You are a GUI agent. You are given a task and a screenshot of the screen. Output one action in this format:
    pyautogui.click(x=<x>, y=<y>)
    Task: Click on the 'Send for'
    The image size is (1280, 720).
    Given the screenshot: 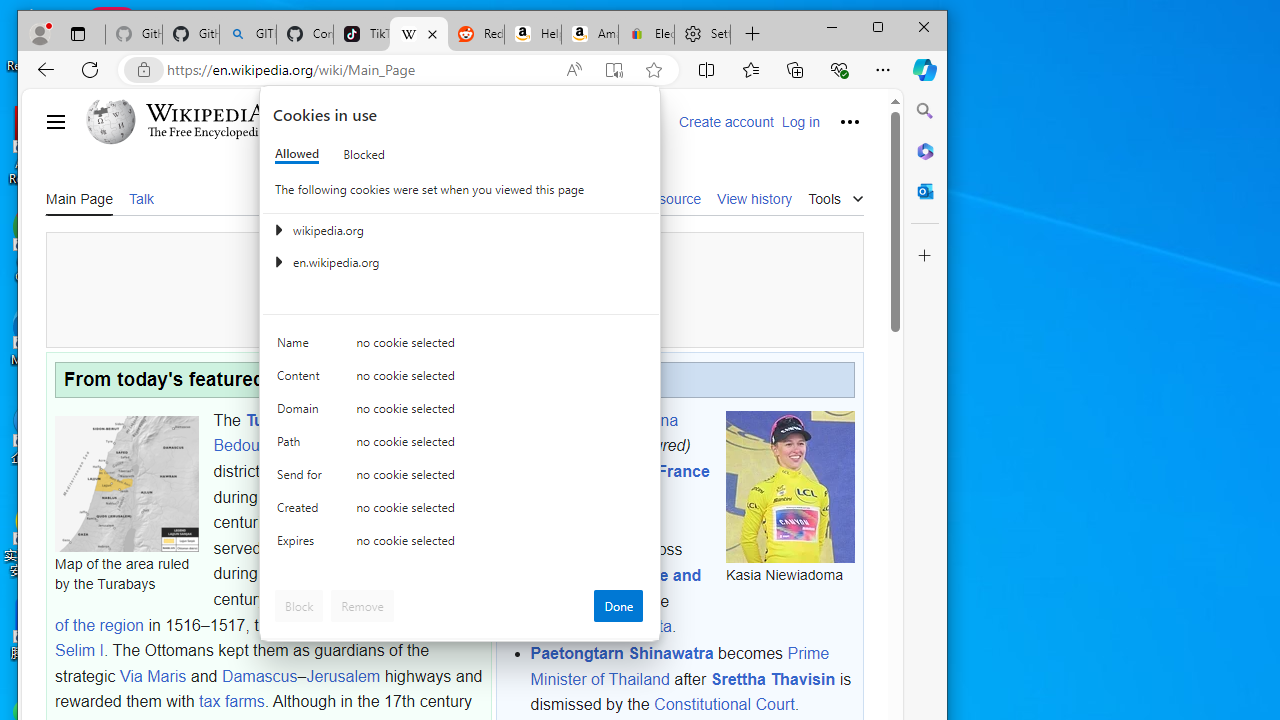 What is the action you would take?
    pyautogui.click(x=301, y=479)
    